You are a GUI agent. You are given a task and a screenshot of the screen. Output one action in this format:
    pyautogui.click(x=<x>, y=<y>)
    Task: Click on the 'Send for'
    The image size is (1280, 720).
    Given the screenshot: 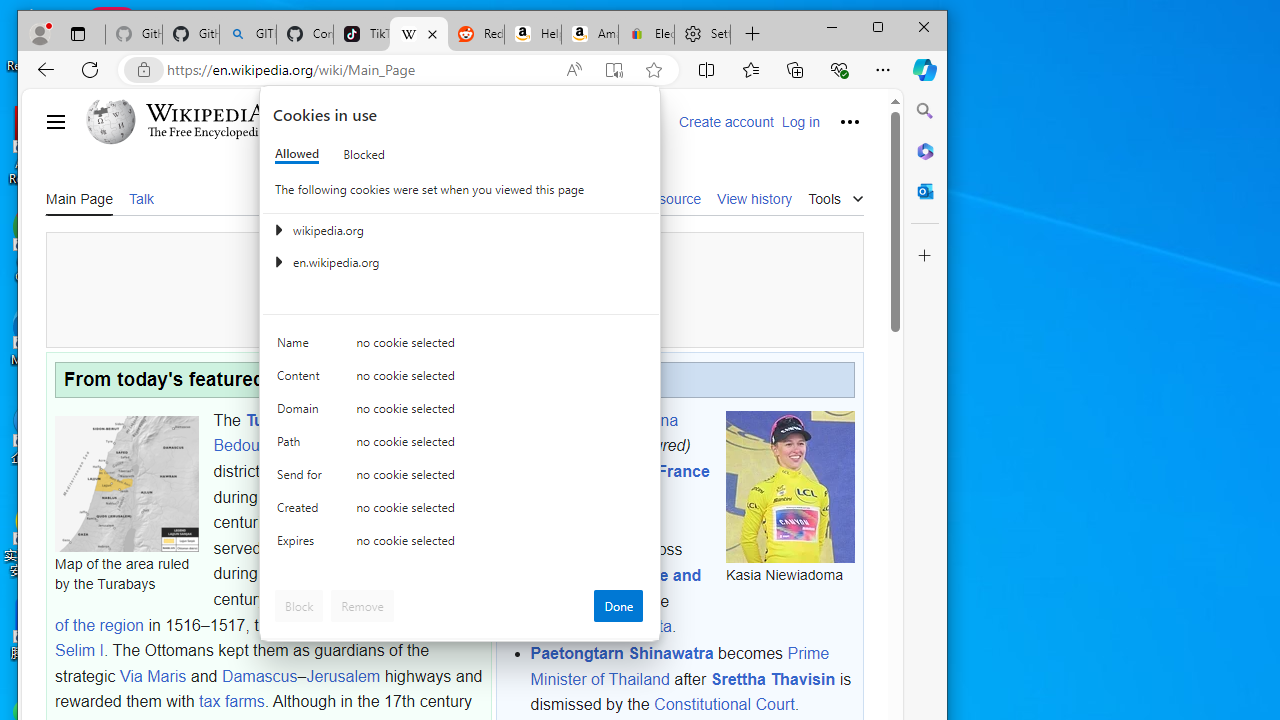 What is the action you would take?
    pyautogui.click(x=301, y=479)
    